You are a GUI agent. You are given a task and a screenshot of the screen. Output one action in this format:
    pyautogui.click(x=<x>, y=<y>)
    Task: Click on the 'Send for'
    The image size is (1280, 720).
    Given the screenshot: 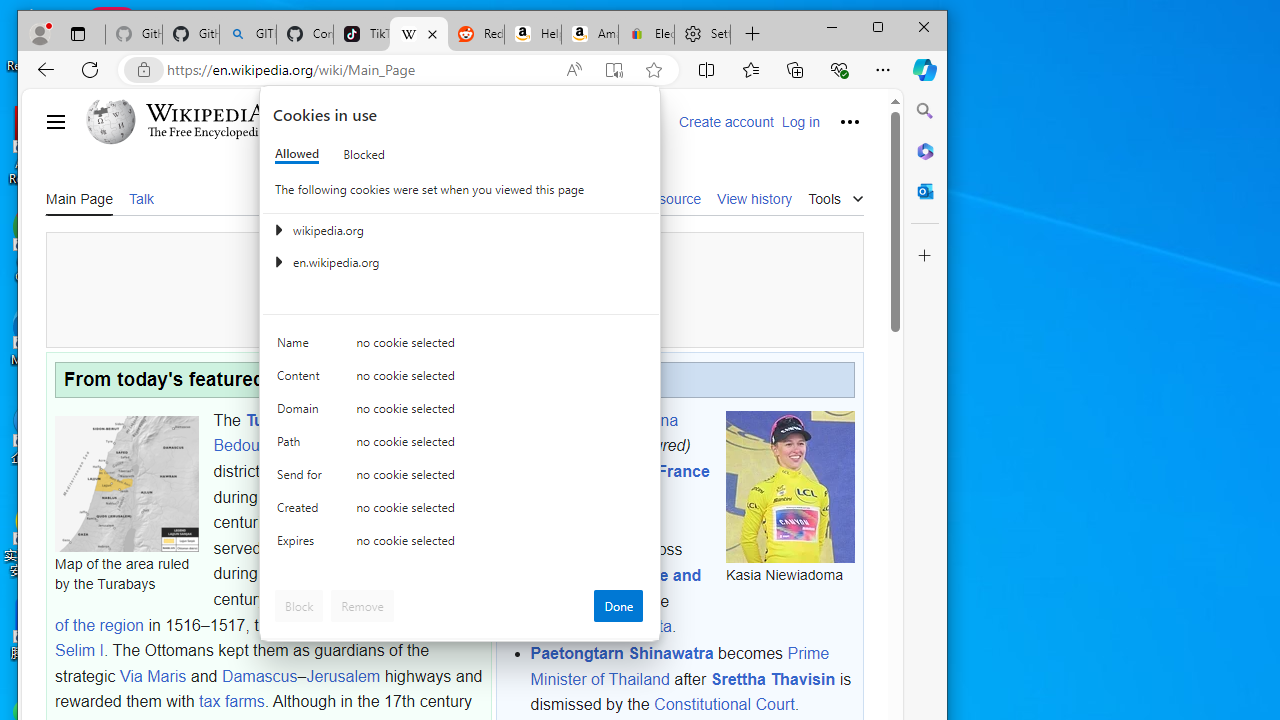 What is the action you would take?
    pyautogui.click(x=301, y=479)
    